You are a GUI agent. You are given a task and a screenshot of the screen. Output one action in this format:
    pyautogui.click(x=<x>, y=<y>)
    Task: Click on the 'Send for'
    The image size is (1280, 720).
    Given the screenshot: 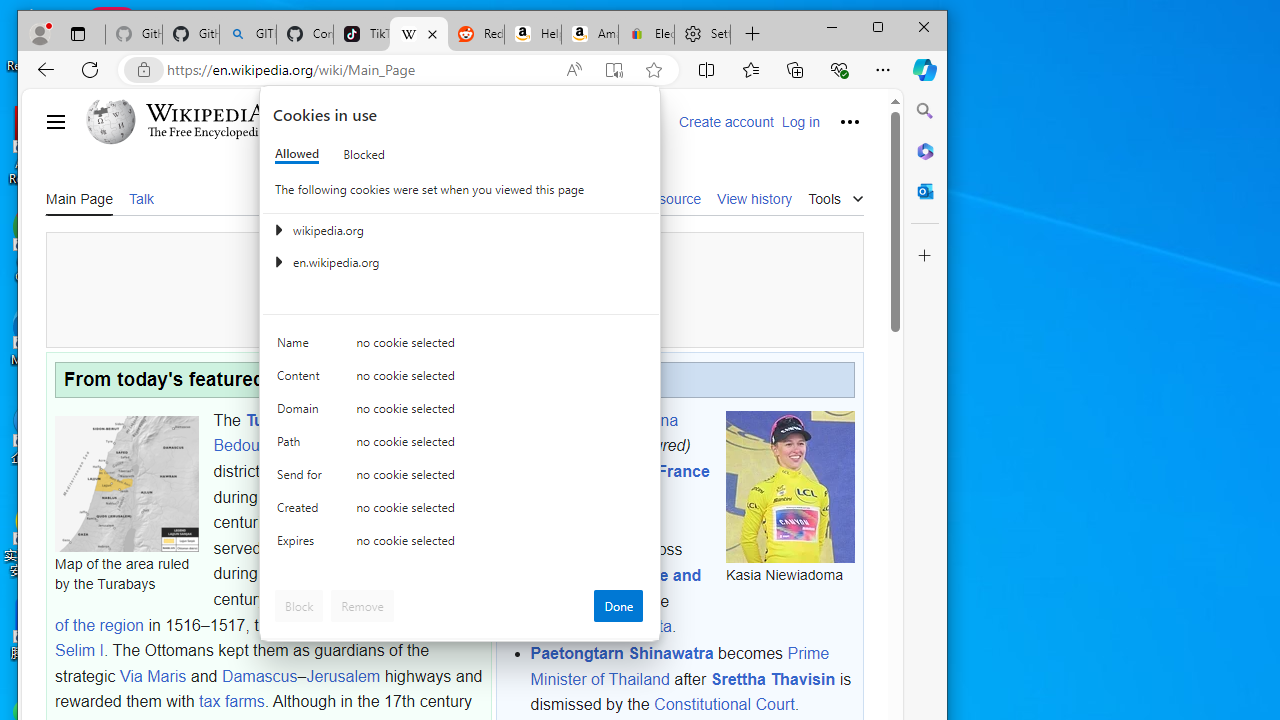 What is the action you would take?
    pyautogui.click(x=301, y=479)
    